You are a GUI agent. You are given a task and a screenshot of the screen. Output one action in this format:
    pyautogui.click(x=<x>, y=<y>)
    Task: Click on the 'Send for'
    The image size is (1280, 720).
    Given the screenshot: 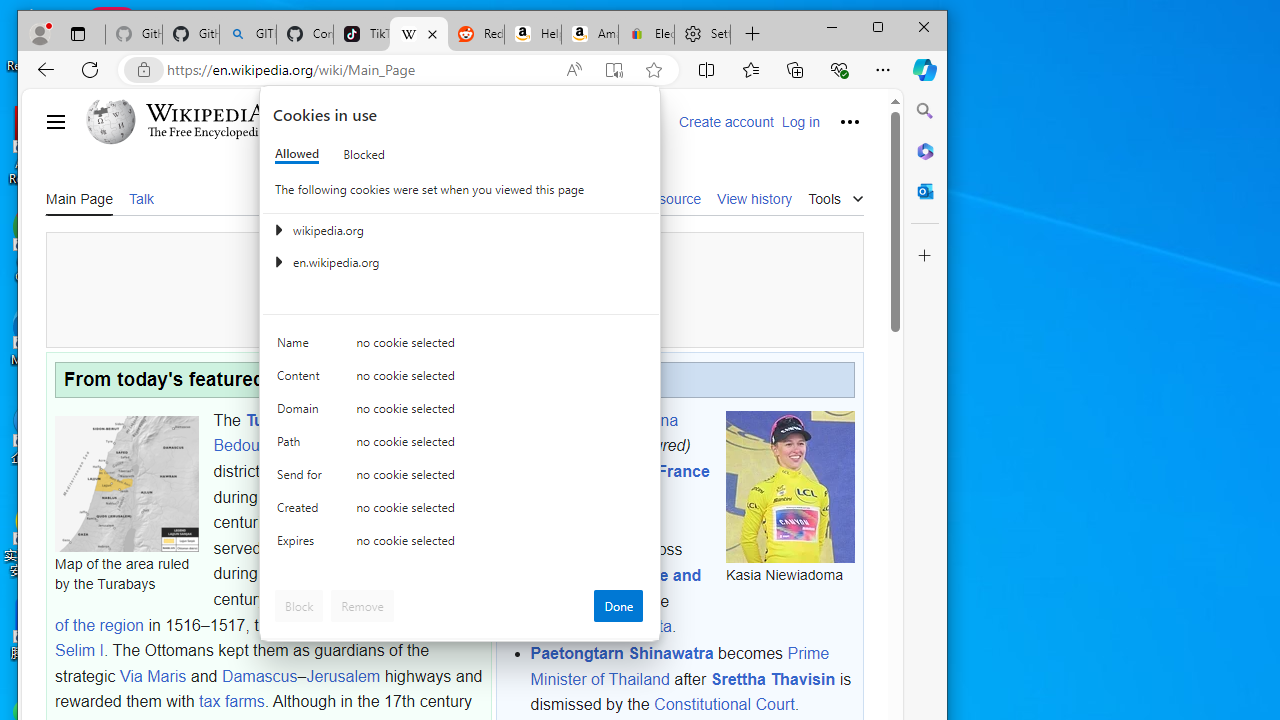 What is the action you would take?
    pyautogui.click(x=301, y=479)
    